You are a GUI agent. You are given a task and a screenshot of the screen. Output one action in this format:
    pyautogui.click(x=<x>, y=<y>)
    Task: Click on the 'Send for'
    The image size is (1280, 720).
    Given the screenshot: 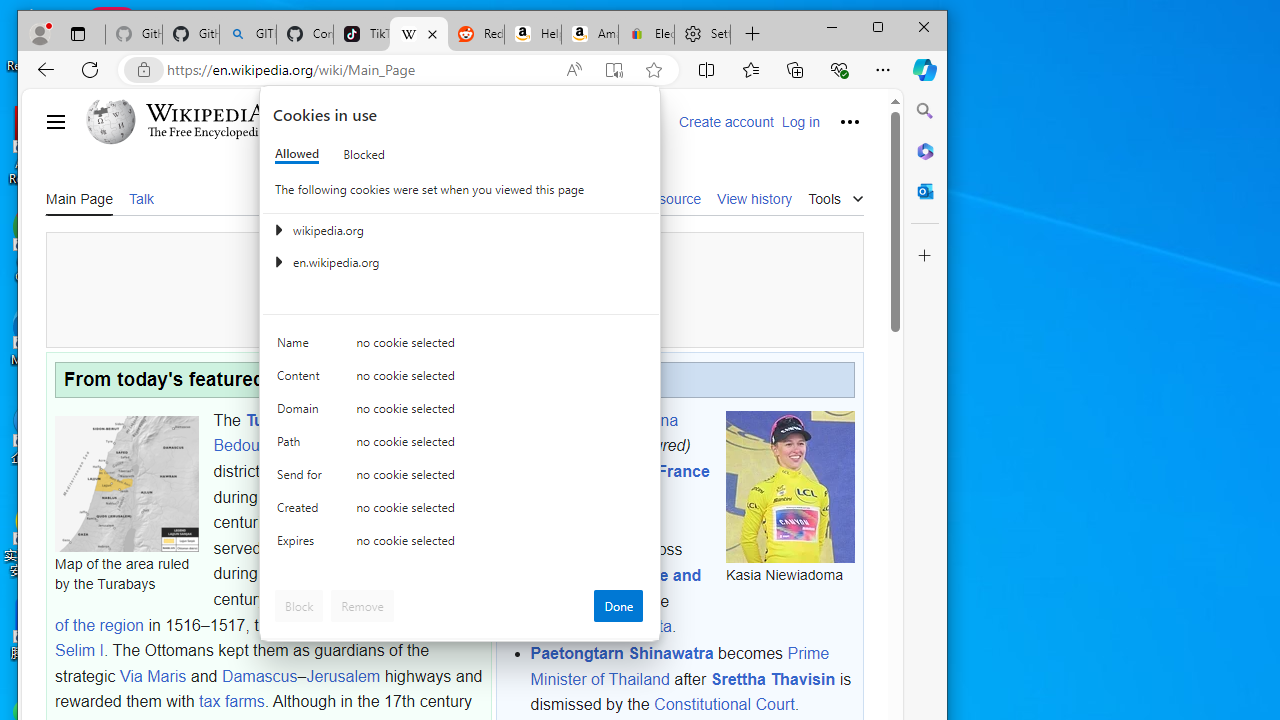 What is the action you would take?
    pyautogui.click(x=301, y=479)
    